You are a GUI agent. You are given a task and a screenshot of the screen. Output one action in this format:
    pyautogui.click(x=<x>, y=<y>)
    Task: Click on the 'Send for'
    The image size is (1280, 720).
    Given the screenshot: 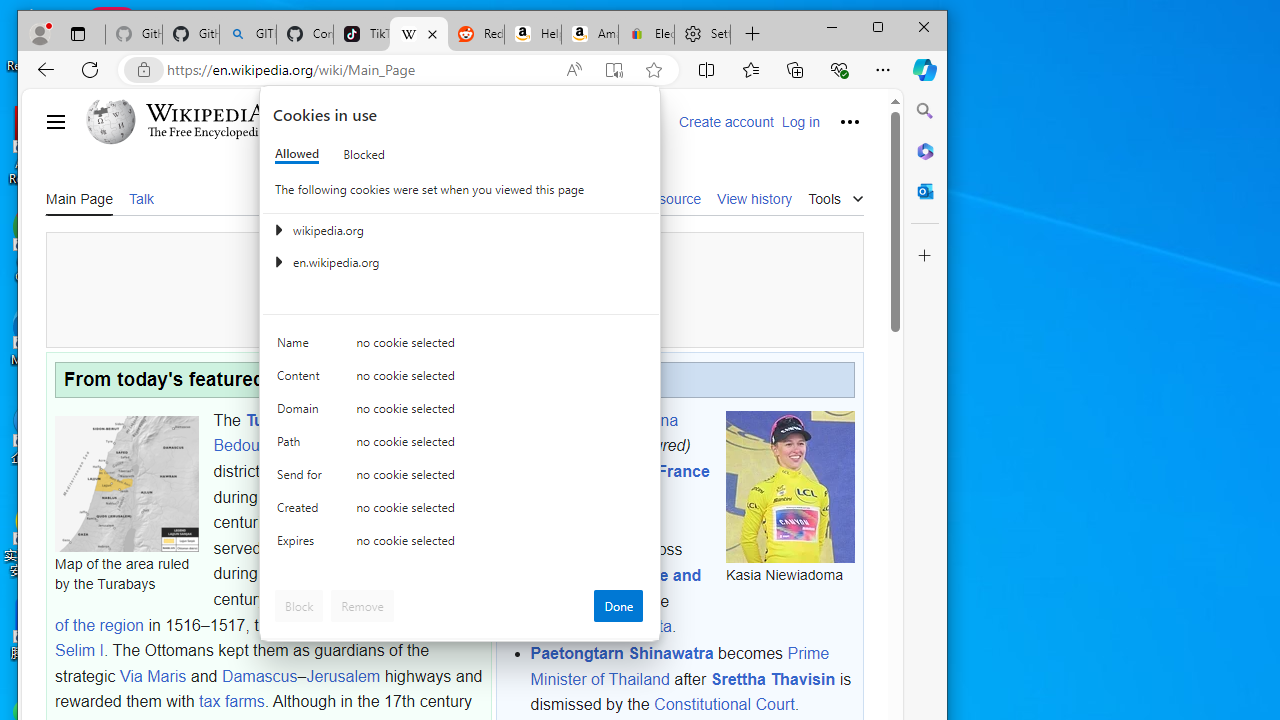 What is the action you would take?
    pyautogui.click(x=301, y=479)
    